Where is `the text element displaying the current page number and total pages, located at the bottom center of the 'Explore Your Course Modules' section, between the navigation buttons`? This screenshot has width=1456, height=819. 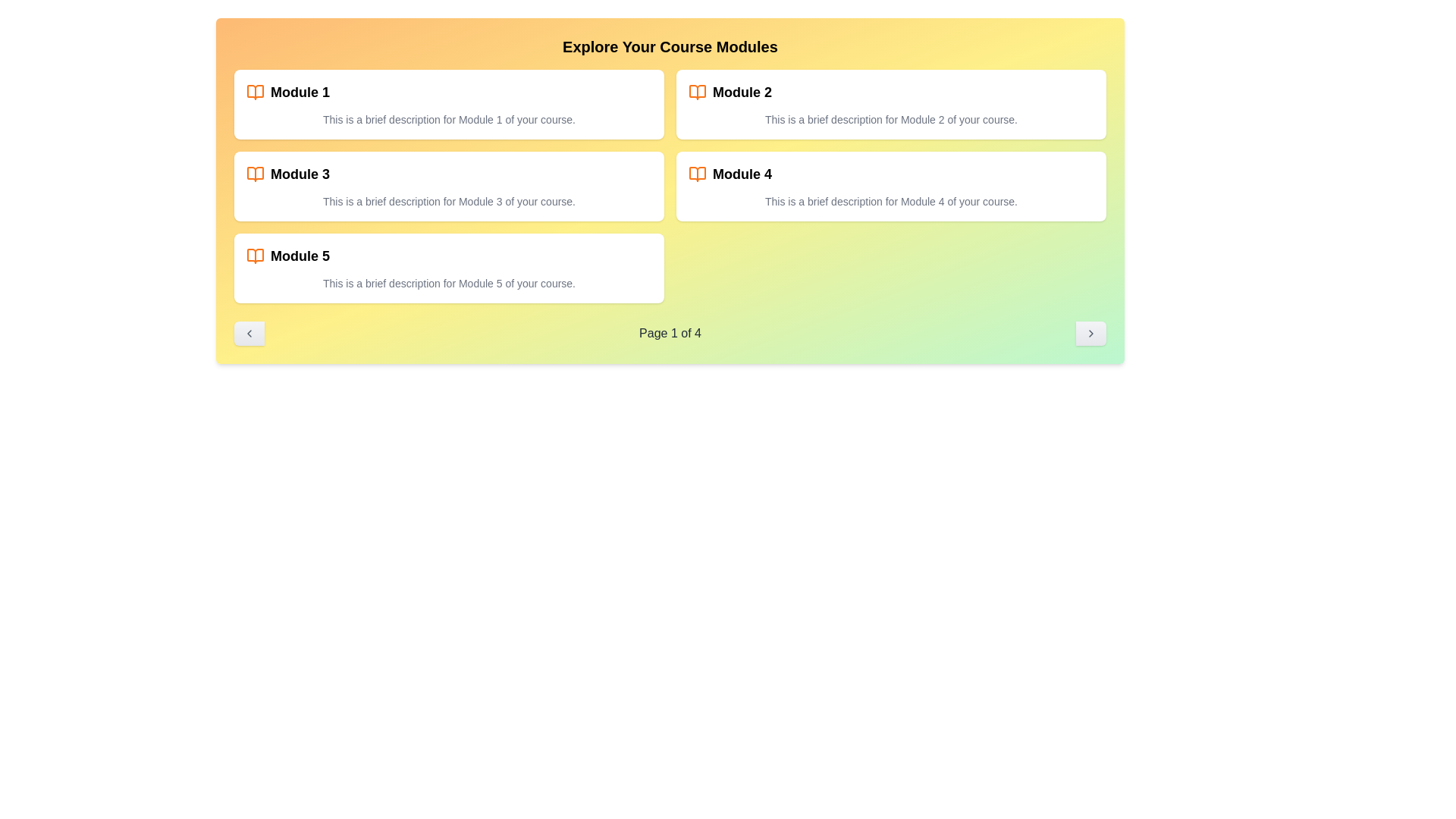
the text element displaying the current page number and total pages, located at the bottom center of the 'Explore Your Course Modules' section, between the navigation buttons is located at coordinates (669, 332).